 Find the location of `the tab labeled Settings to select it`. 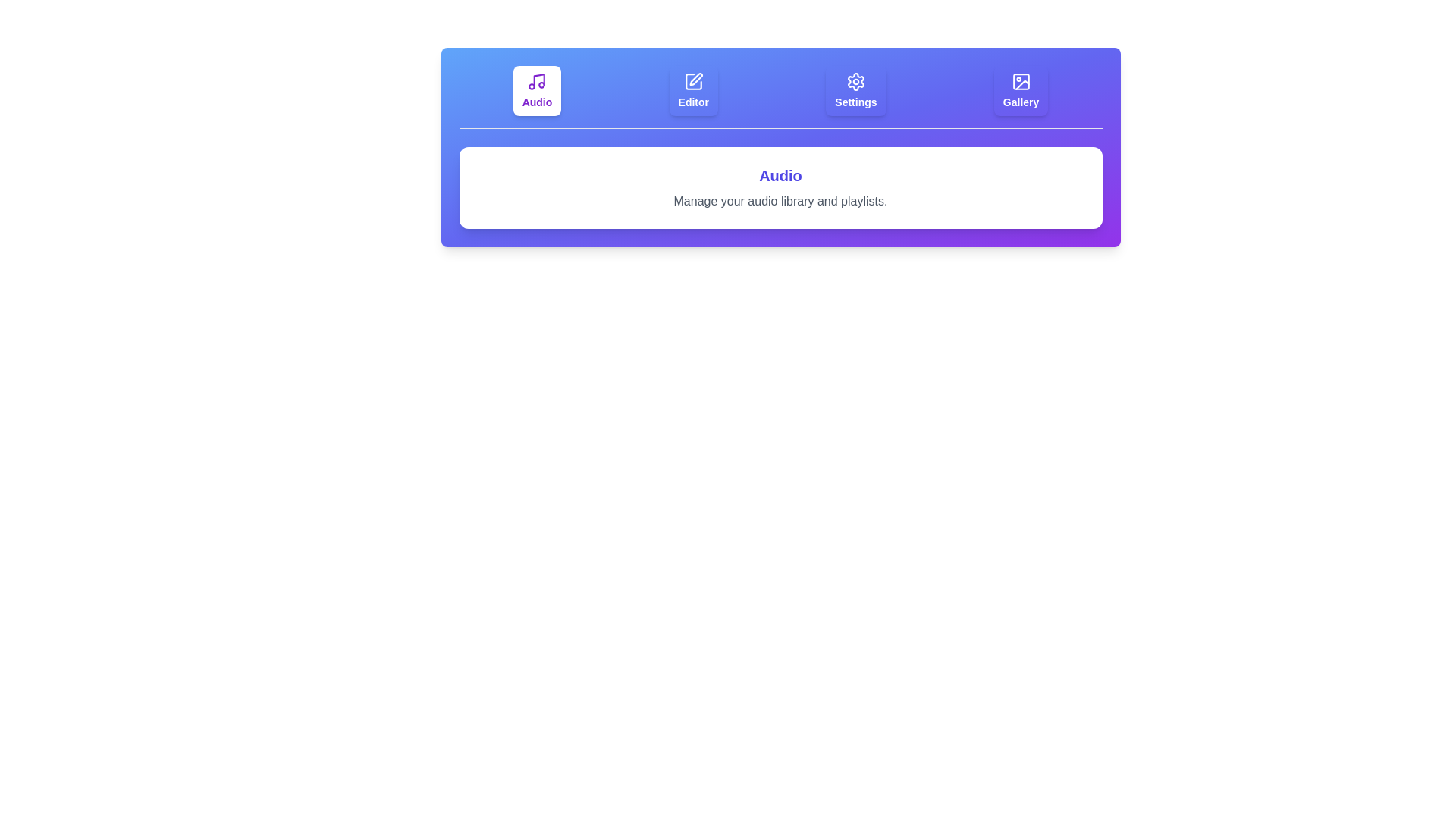

the tab labeled Settings to select it is located at coordinates (855, 90).